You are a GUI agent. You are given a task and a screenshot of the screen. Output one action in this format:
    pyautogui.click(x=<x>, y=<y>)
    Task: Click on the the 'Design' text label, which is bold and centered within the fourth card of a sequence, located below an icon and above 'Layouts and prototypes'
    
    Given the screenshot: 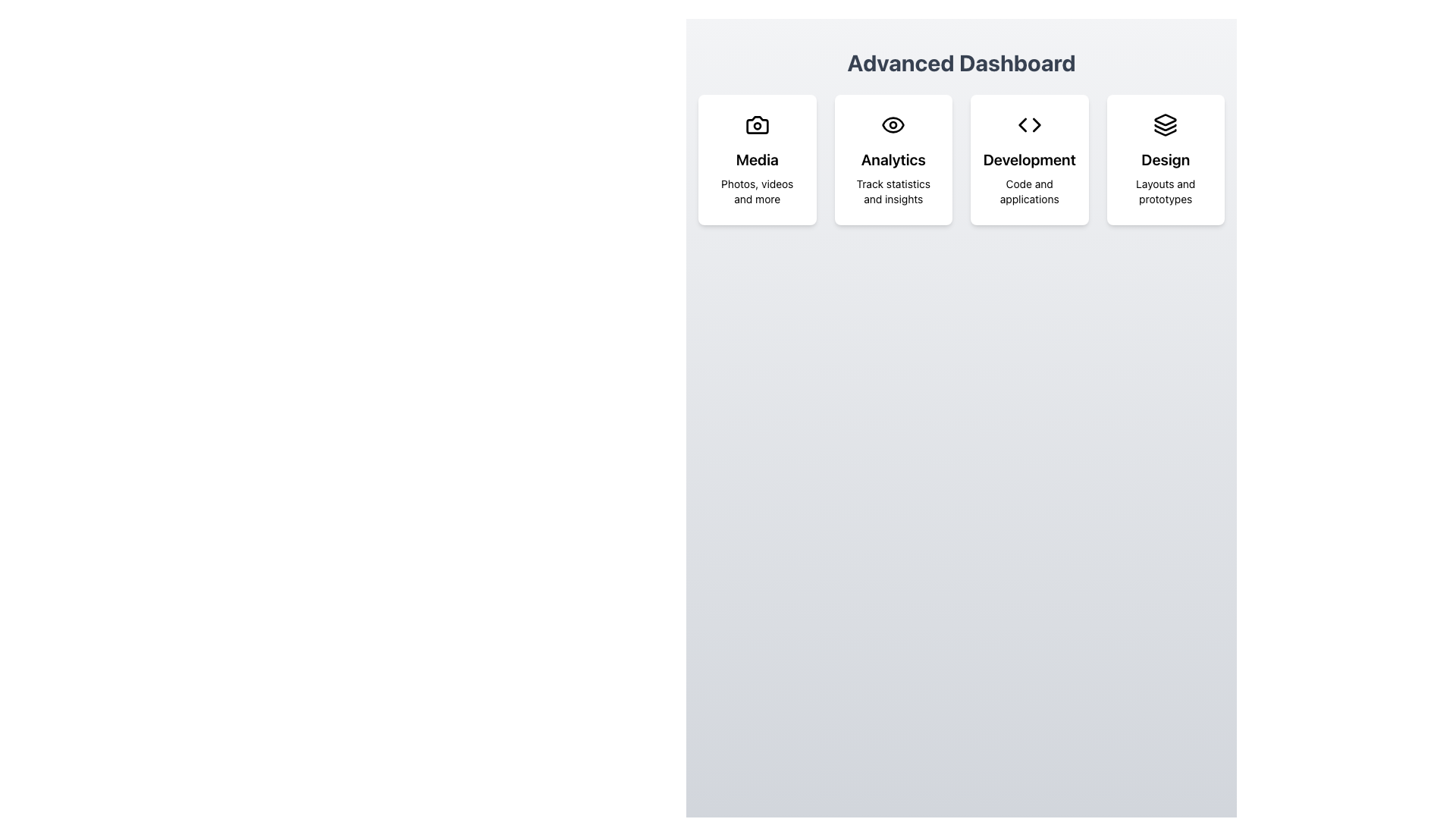 What is the action you would take?
    pyautogui.click(x=1165, y=160)
    